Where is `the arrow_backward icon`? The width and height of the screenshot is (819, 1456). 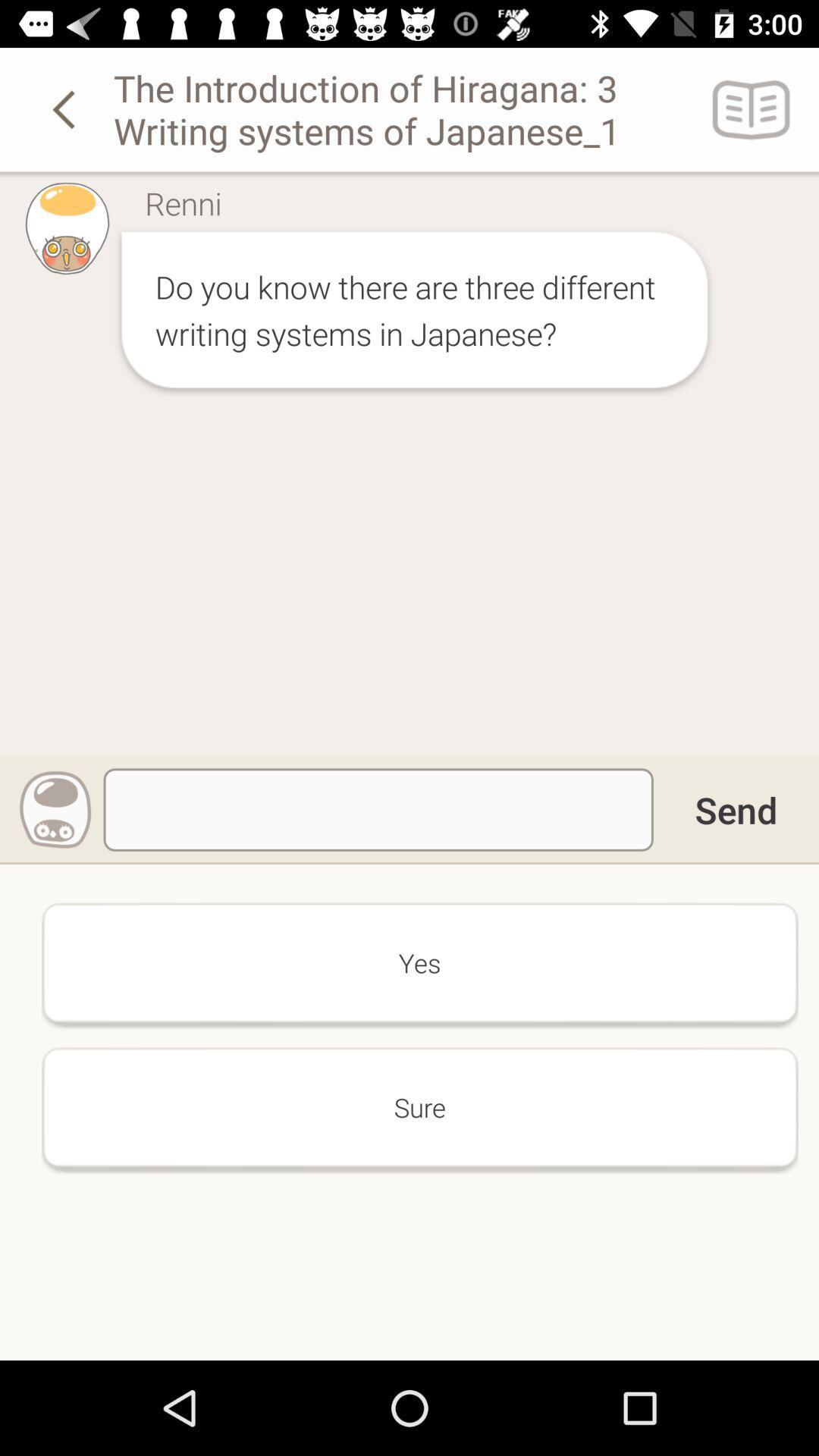 the arrow_backward icon is located at coordinates (66, 108).